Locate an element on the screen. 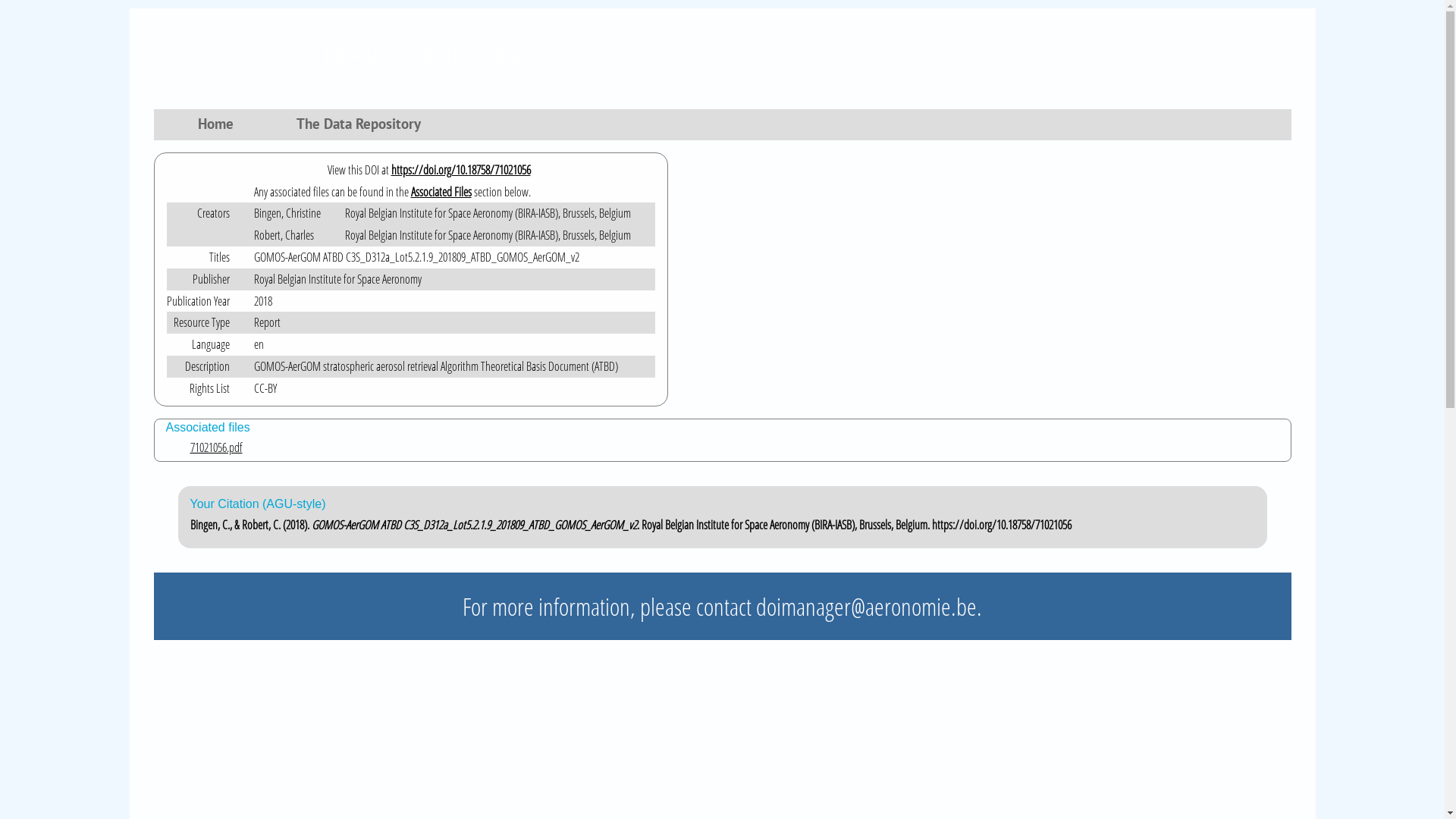  '71021056.pdf' is located at coordinates (734, 447).